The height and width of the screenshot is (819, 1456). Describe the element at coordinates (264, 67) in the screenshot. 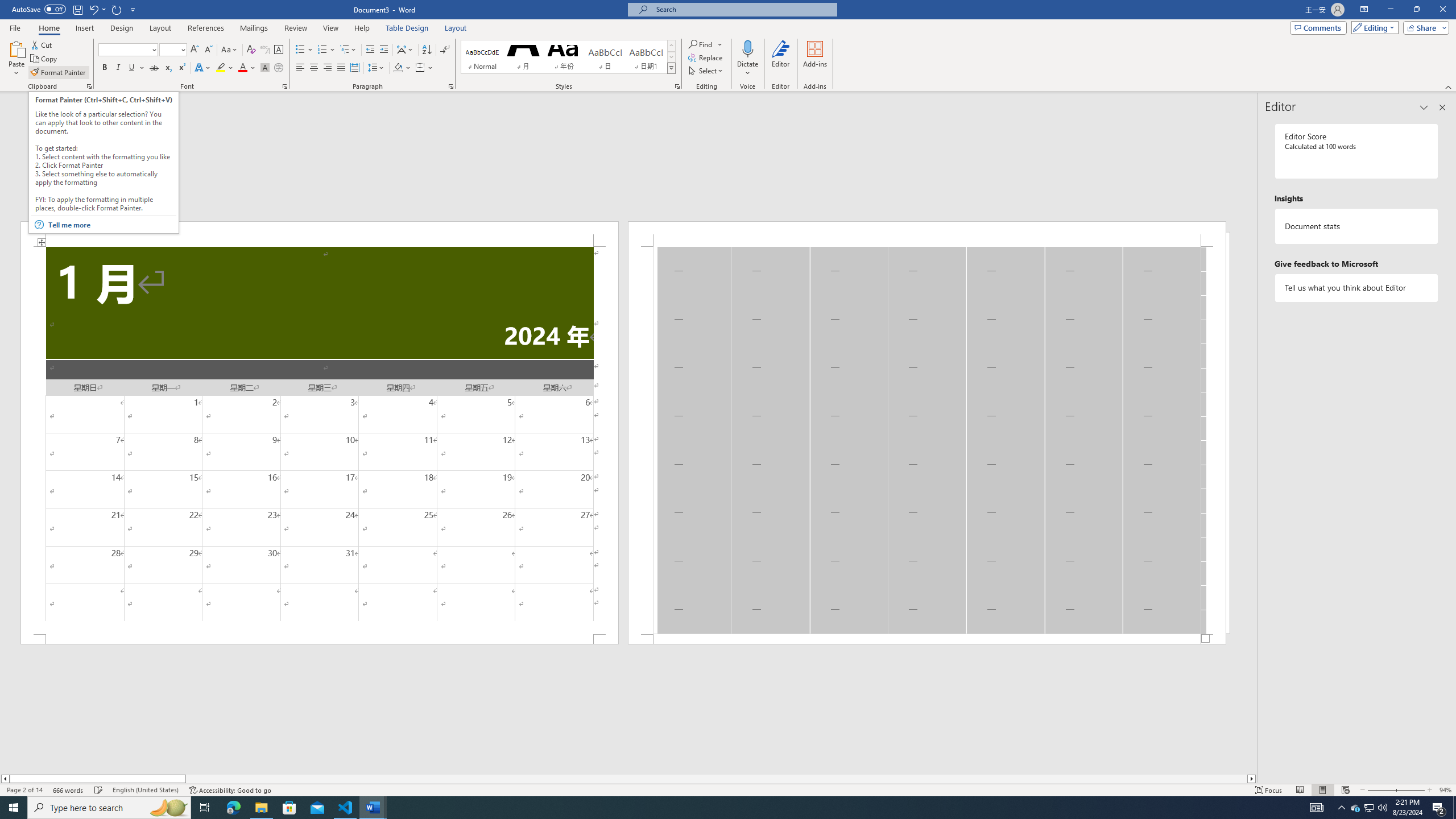

I see `'Character Shading'` at that location.